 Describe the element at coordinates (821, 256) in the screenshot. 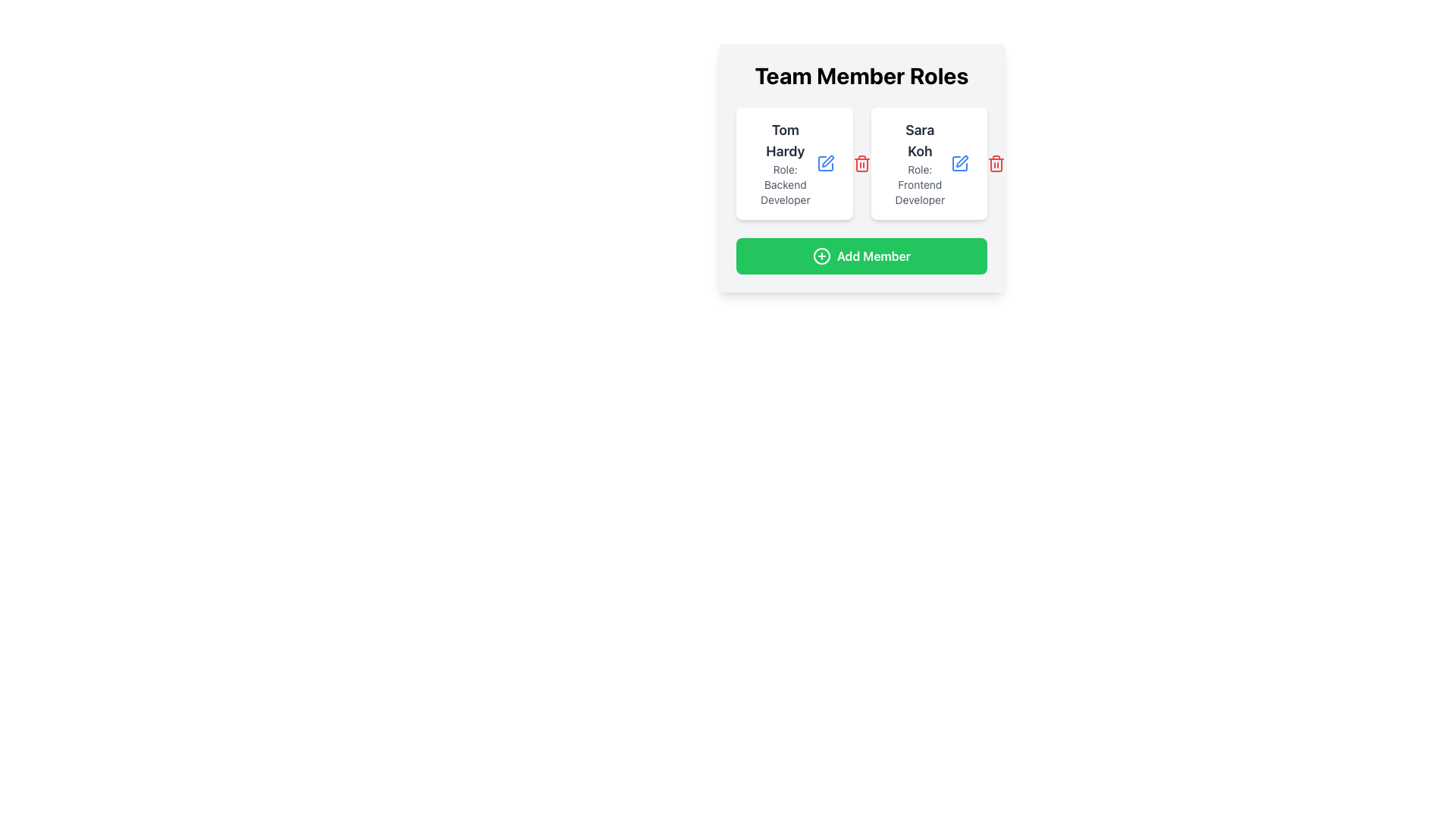

I see `the circular icon located within the green 'Add Member' button in the footer of the card displaying team member roles` at that location.